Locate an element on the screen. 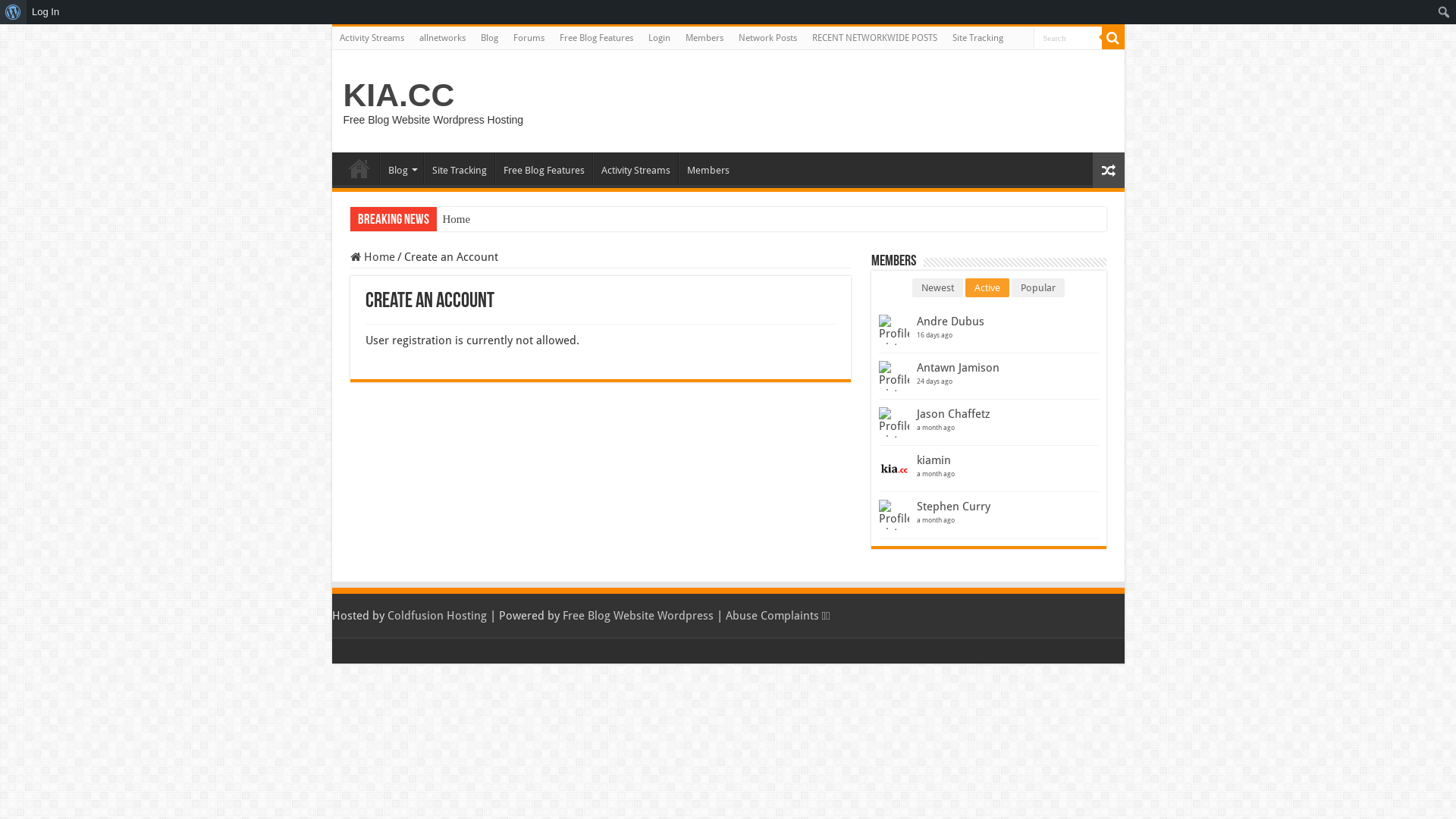  'Network Posts' is located at coordinates (767, 37).